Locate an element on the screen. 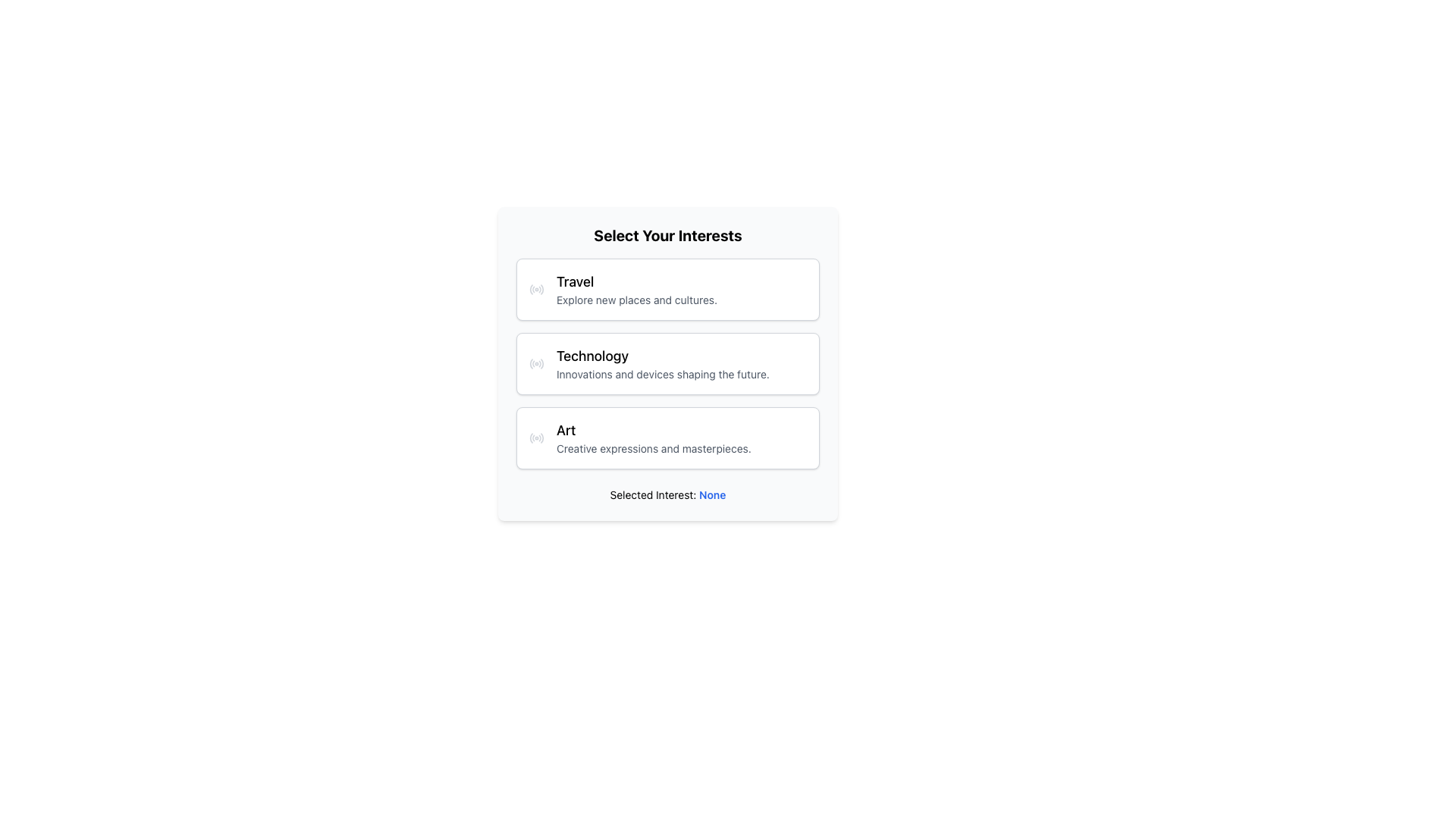 This screenshot has height=819, width=1456. the text display stating 'Selected Interest: None.' which indicates the current selection state is located at coordinates (667, 494).